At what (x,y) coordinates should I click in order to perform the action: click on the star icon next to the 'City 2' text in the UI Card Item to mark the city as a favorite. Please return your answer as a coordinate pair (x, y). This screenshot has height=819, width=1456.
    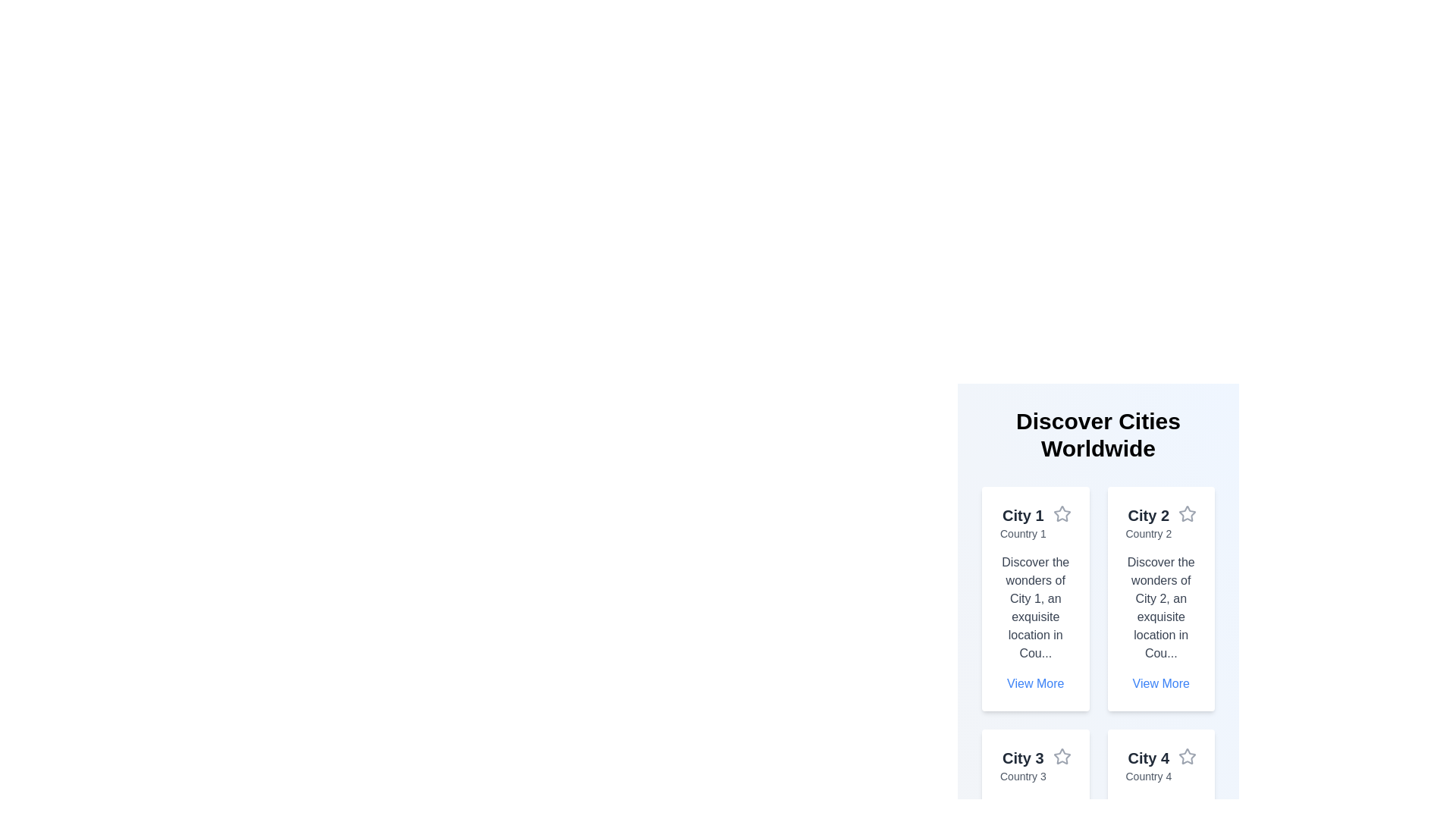
    Looking at the image, I should click on (1160, 522).